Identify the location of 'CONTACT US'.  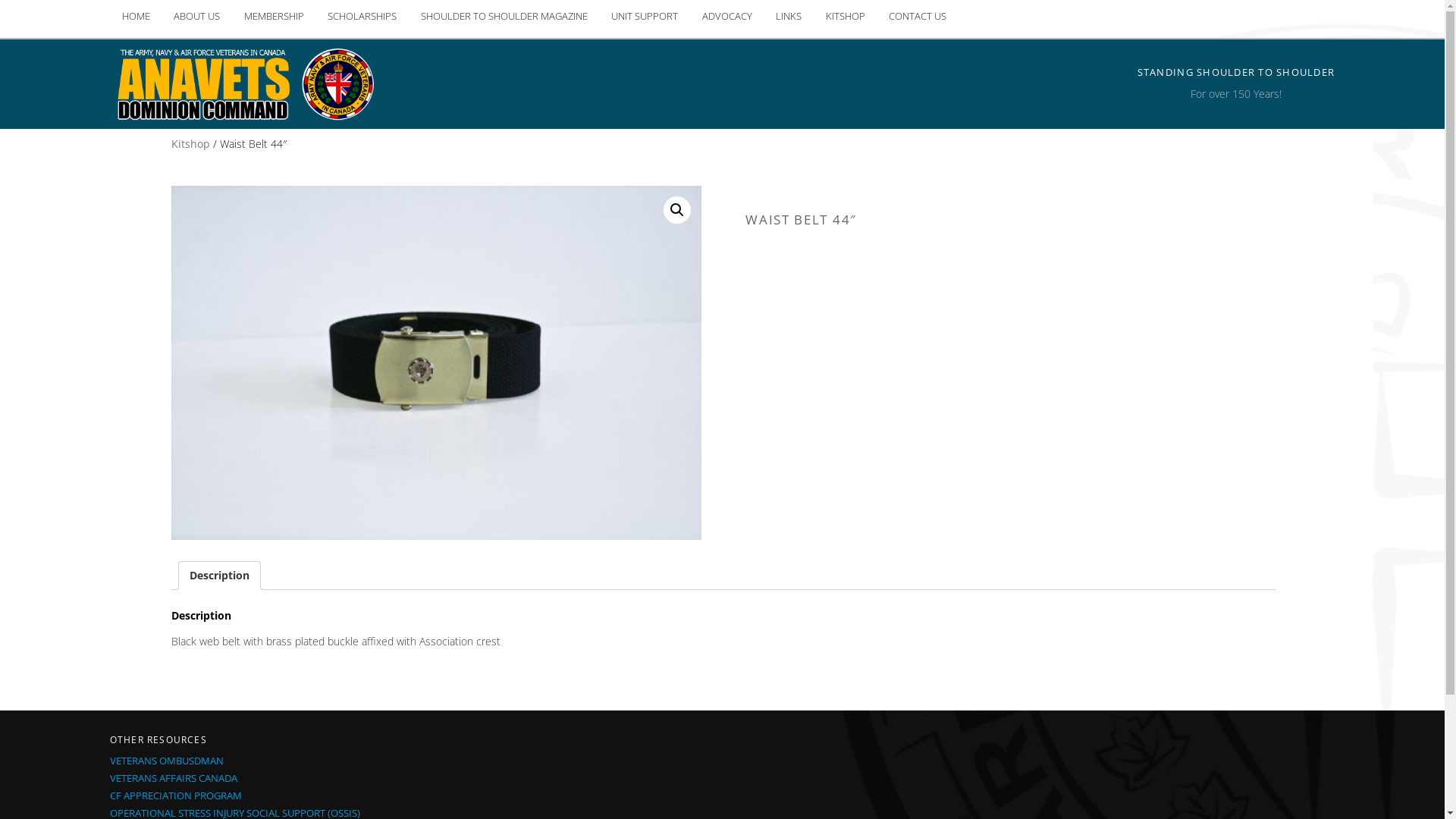
(916, 16).